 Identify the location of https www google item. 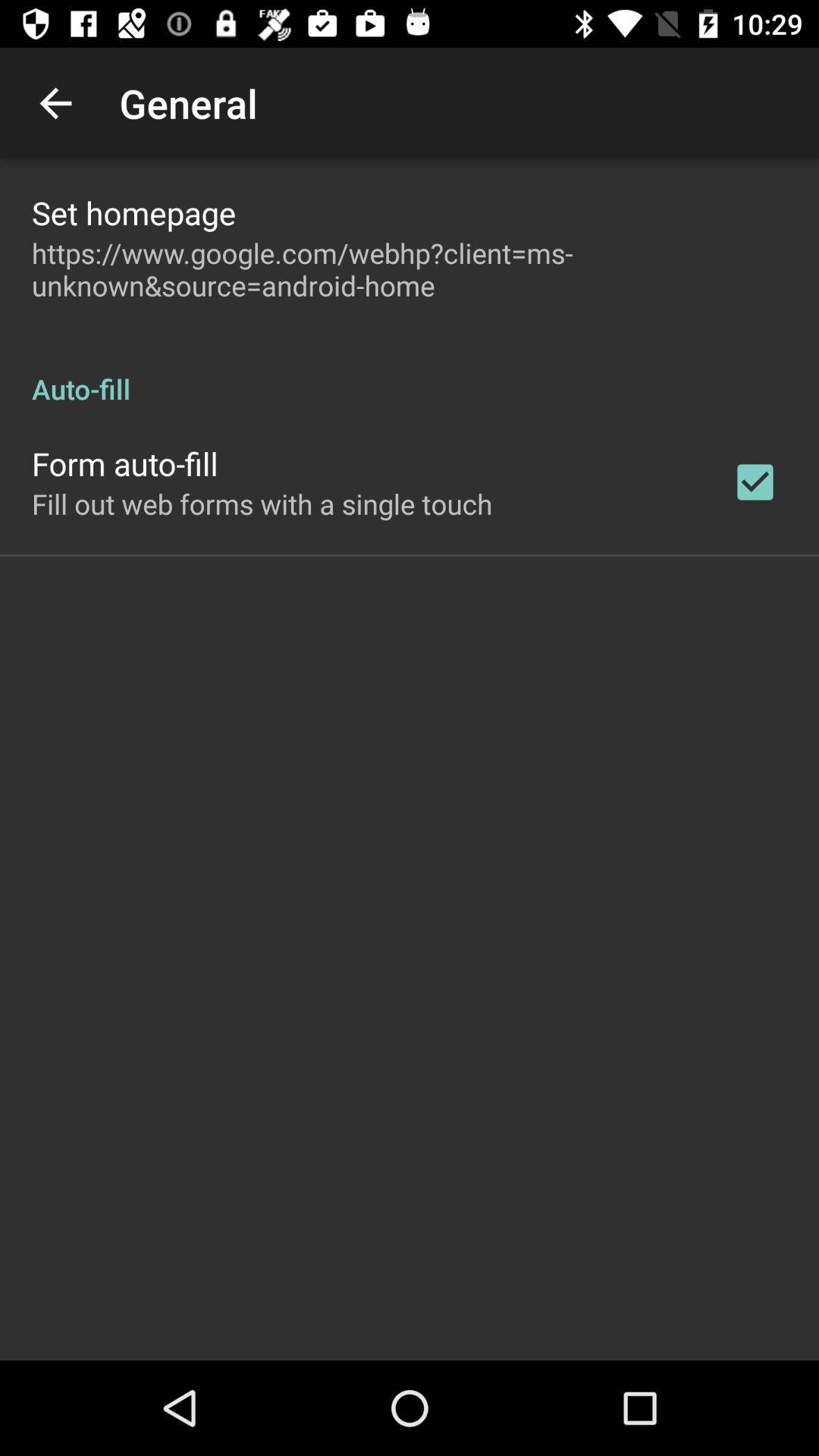
(409, 269).